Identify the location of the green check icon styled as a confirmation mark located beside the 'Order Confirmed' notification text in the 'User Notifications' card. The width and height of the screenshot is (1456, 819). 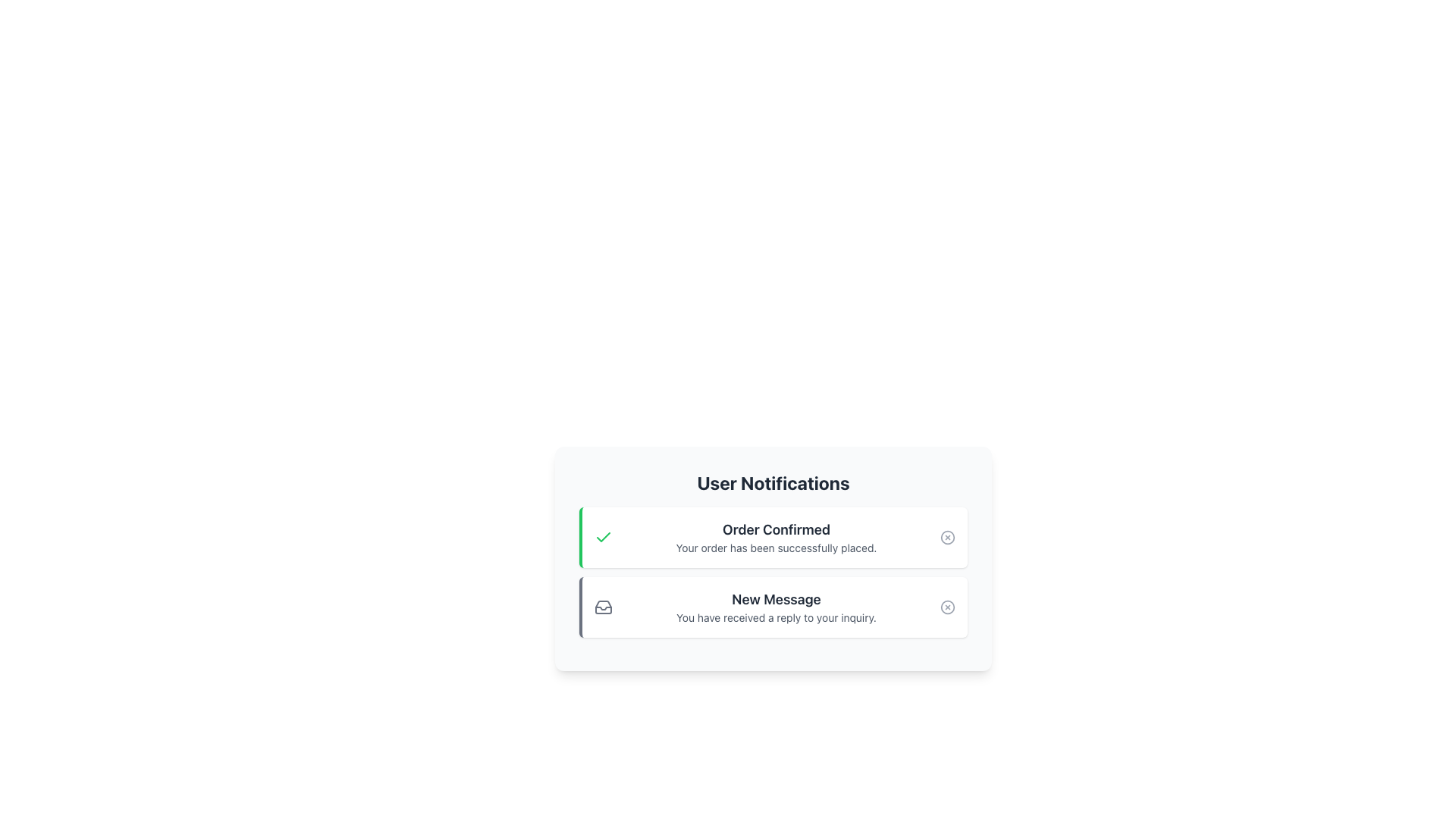
(603, 537).